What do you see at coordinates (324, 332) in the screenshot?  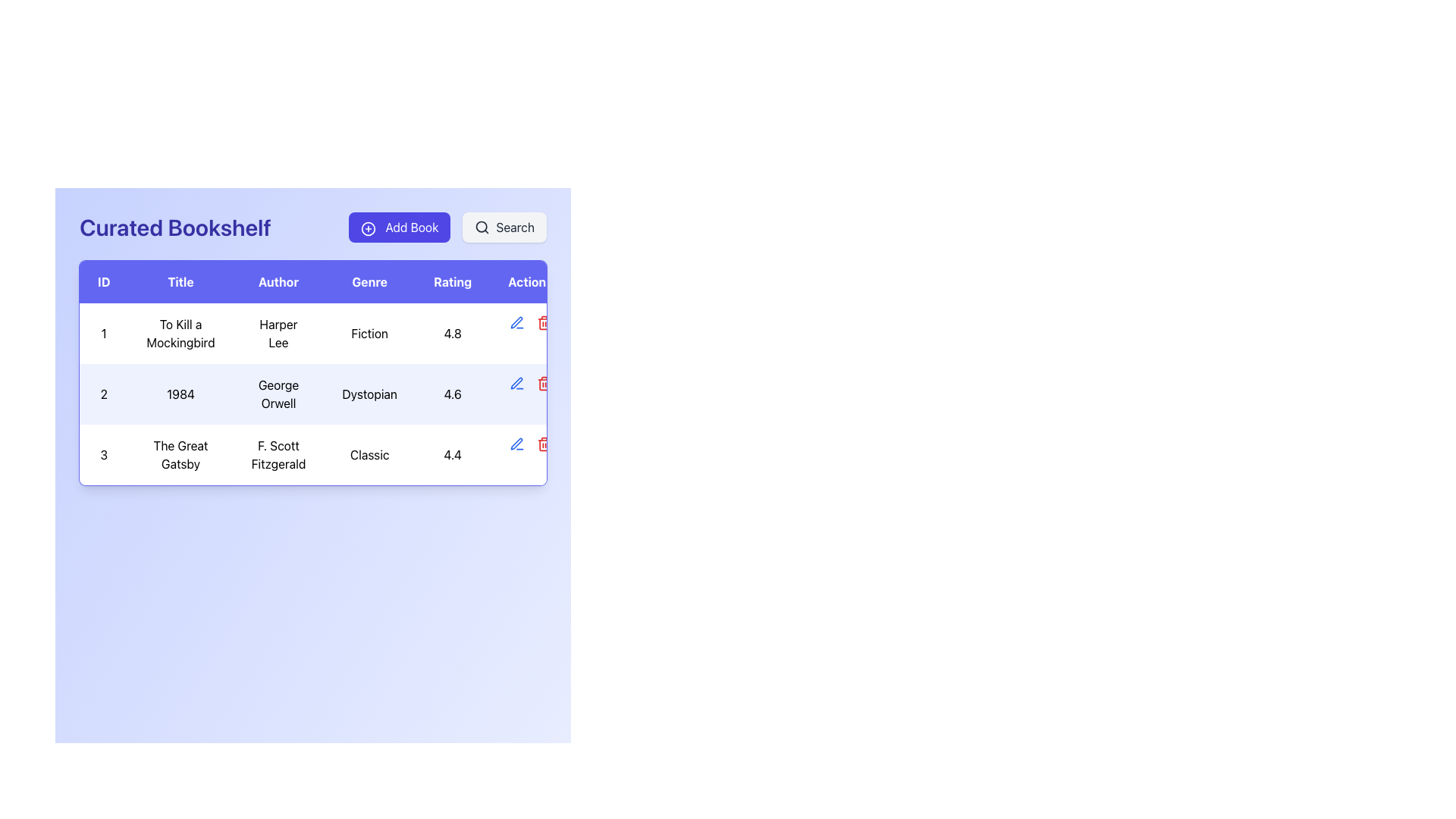 I see `the first row in the book table representing 'To Kill a Mockingbird' for more details` at bounding box center [324, 332].